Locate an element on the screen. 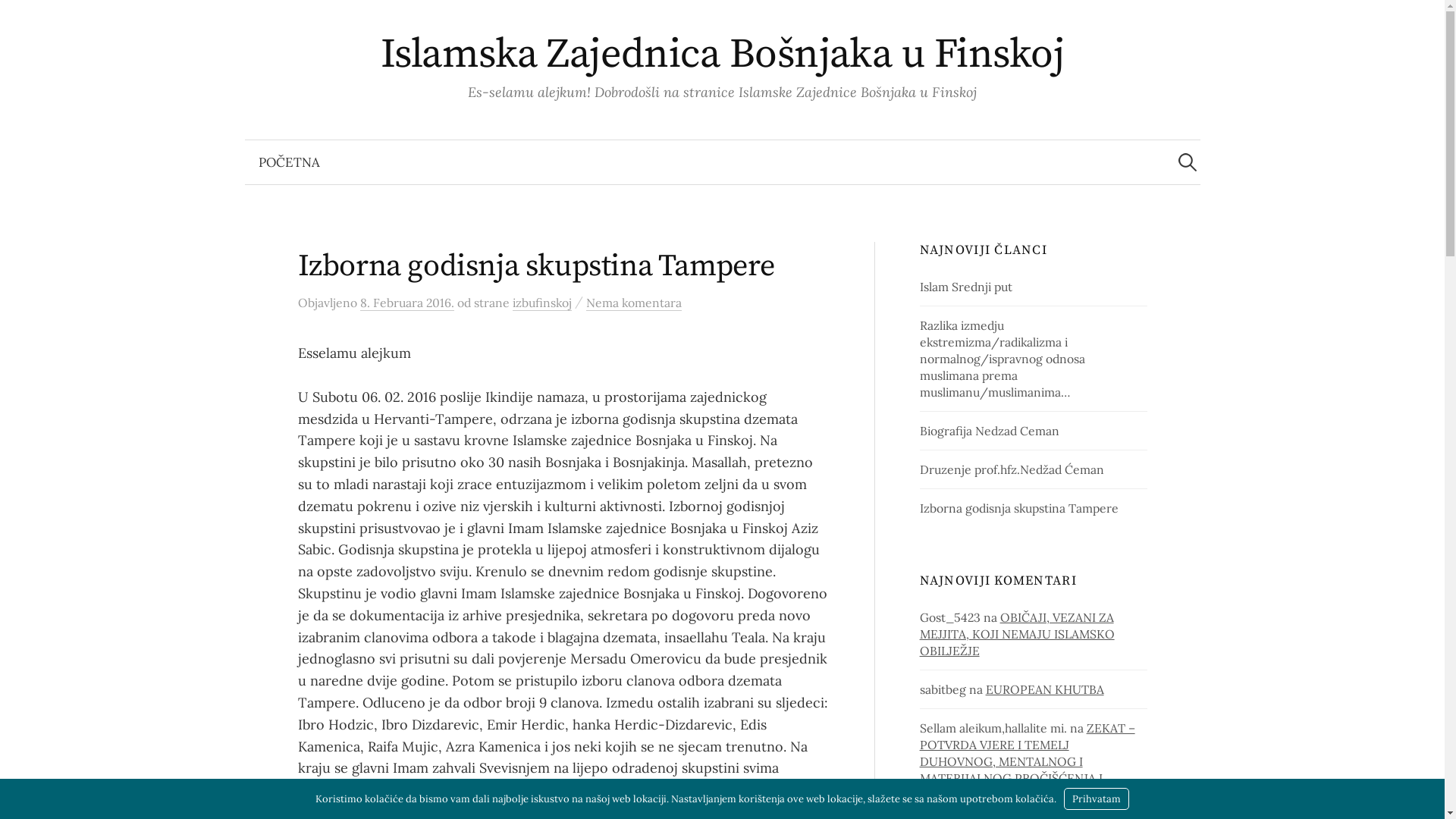 The height and width of the screenshot is (819, 1456). '8. Februara 2016.' is located at coordinates (406, 303).